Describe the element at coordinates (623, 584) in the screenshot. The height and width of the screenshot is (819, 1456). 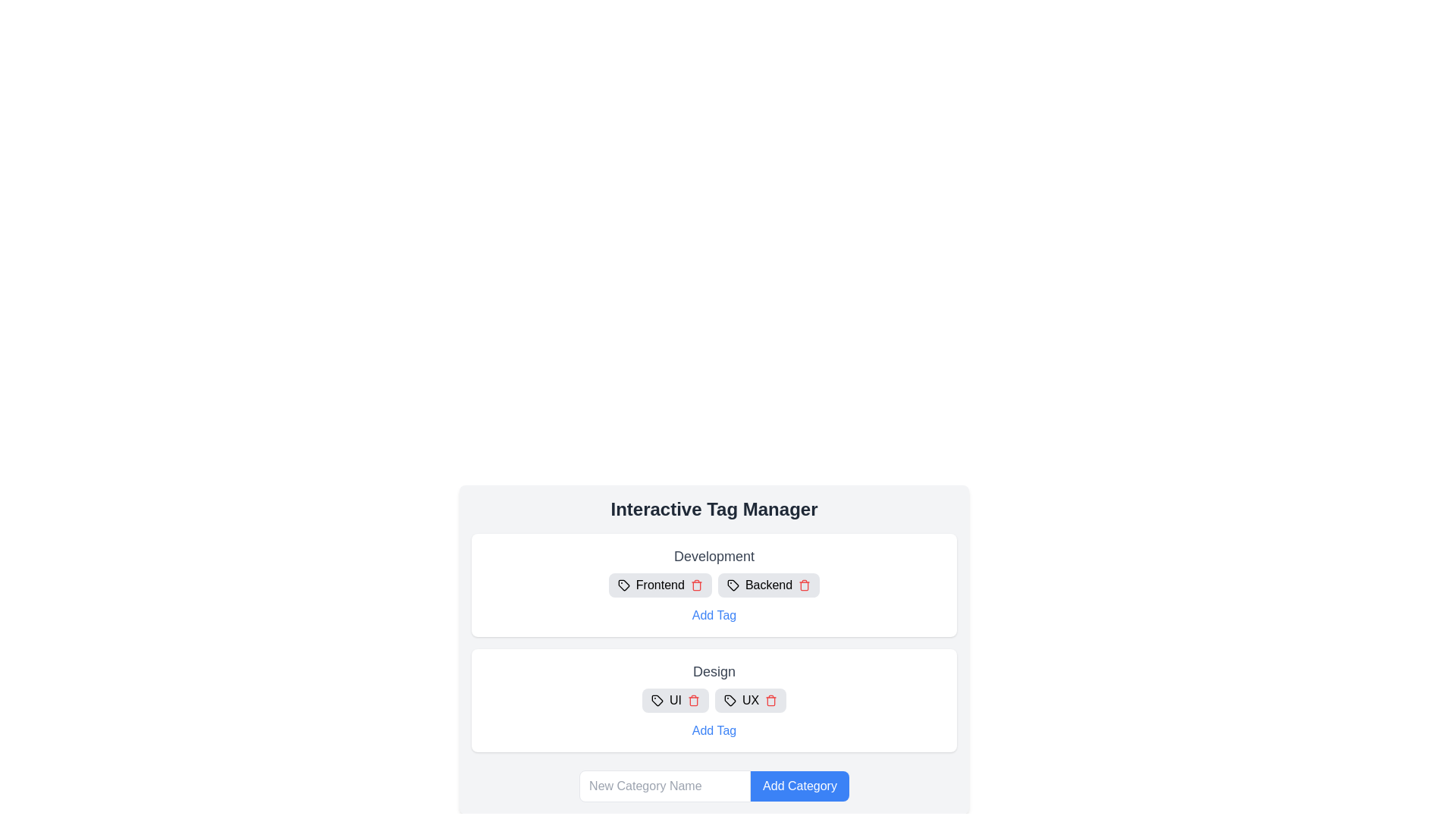
I see `the SVG tag icon located next to the 'Frontend' label in the 'Development' section` at that location.